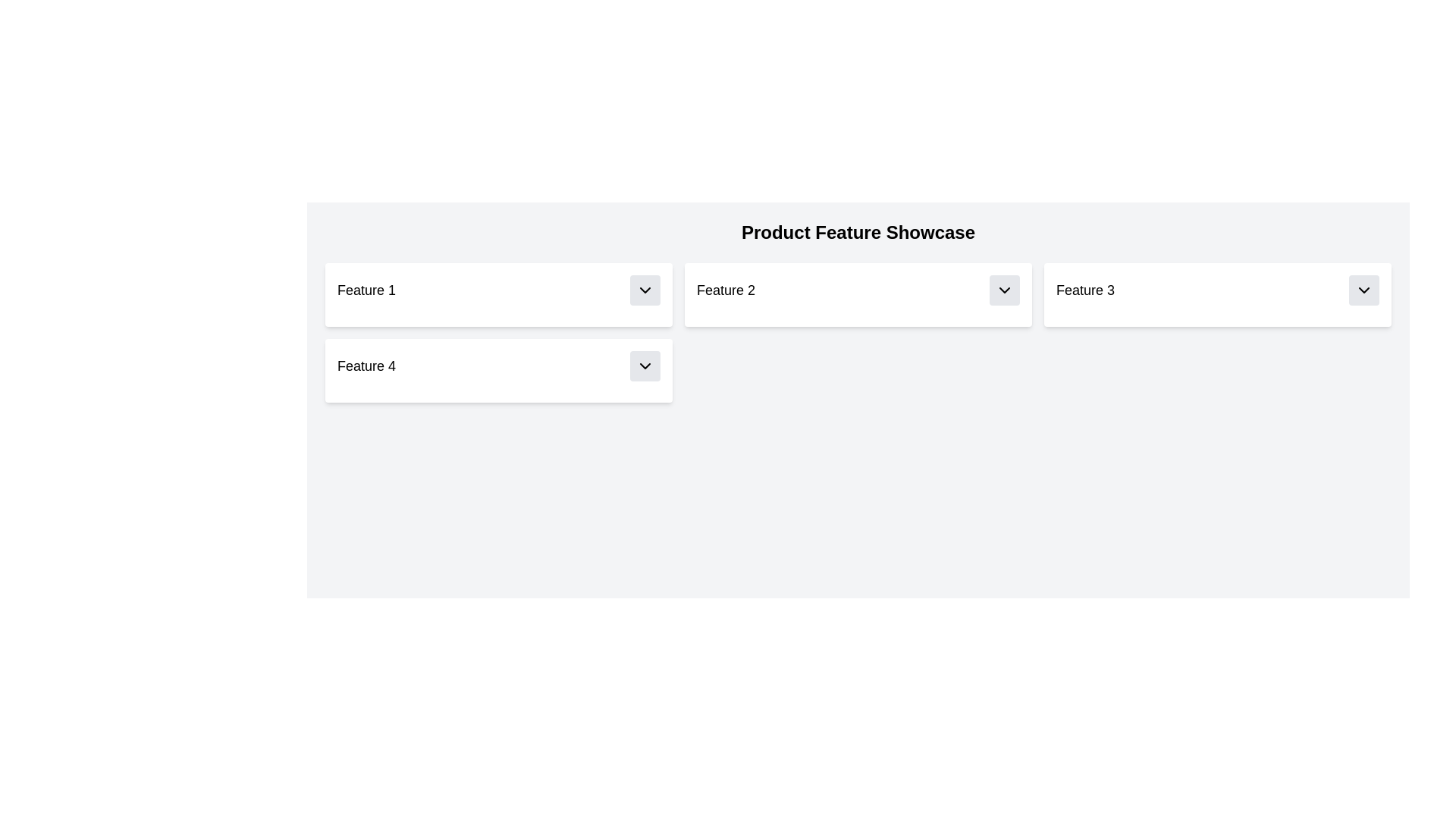 The width and height of the screenshot is (1456, 819). What do you see at coordinates (645, 290) in the screenshot?
I see `the toggle button located to the far right of the heading labeled 'Feature 1'` at bounding box center [645, 290].